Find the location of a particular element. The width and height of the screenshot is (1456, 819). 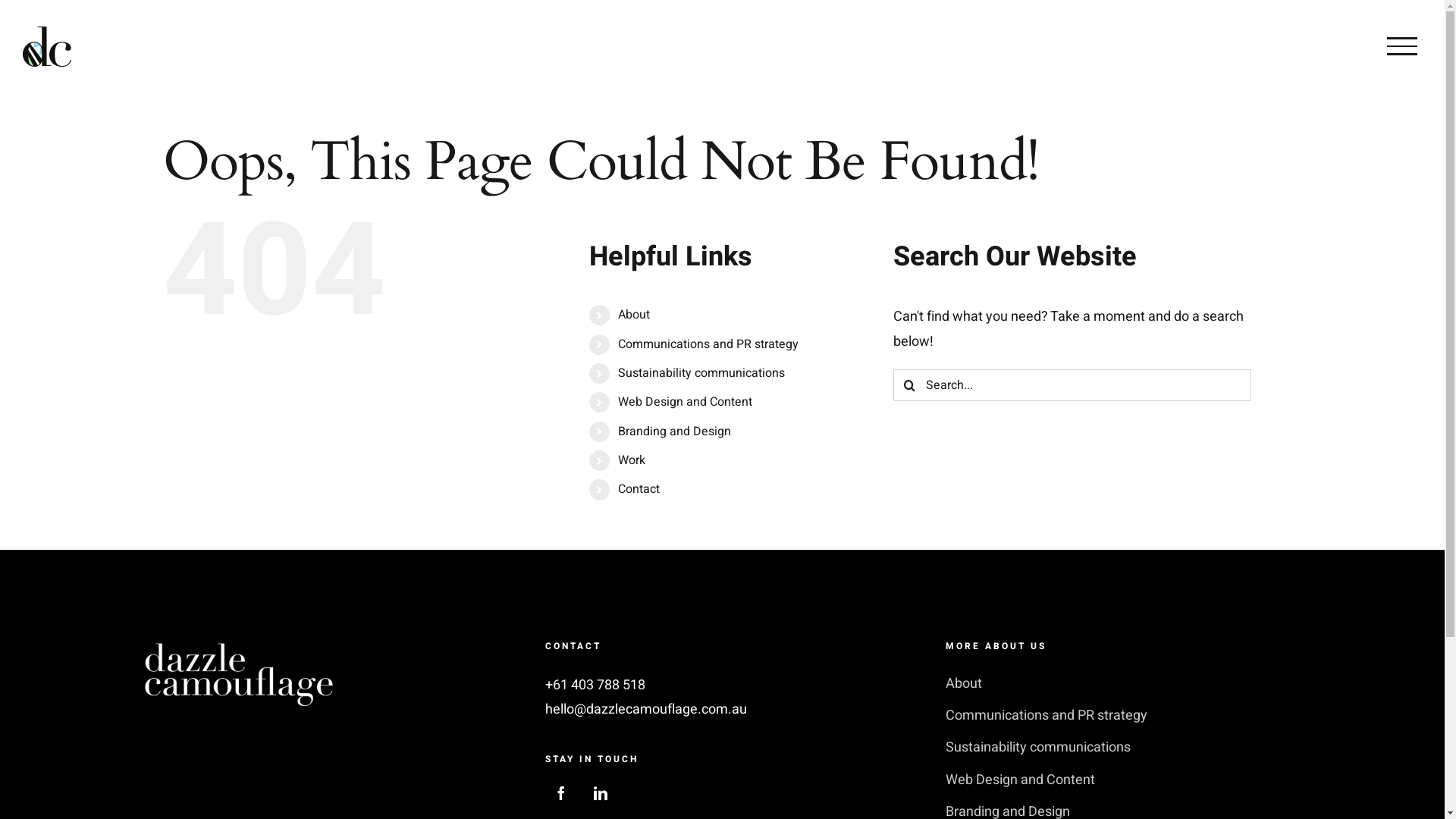

'Facebook' is located at coordinates (560, 792).